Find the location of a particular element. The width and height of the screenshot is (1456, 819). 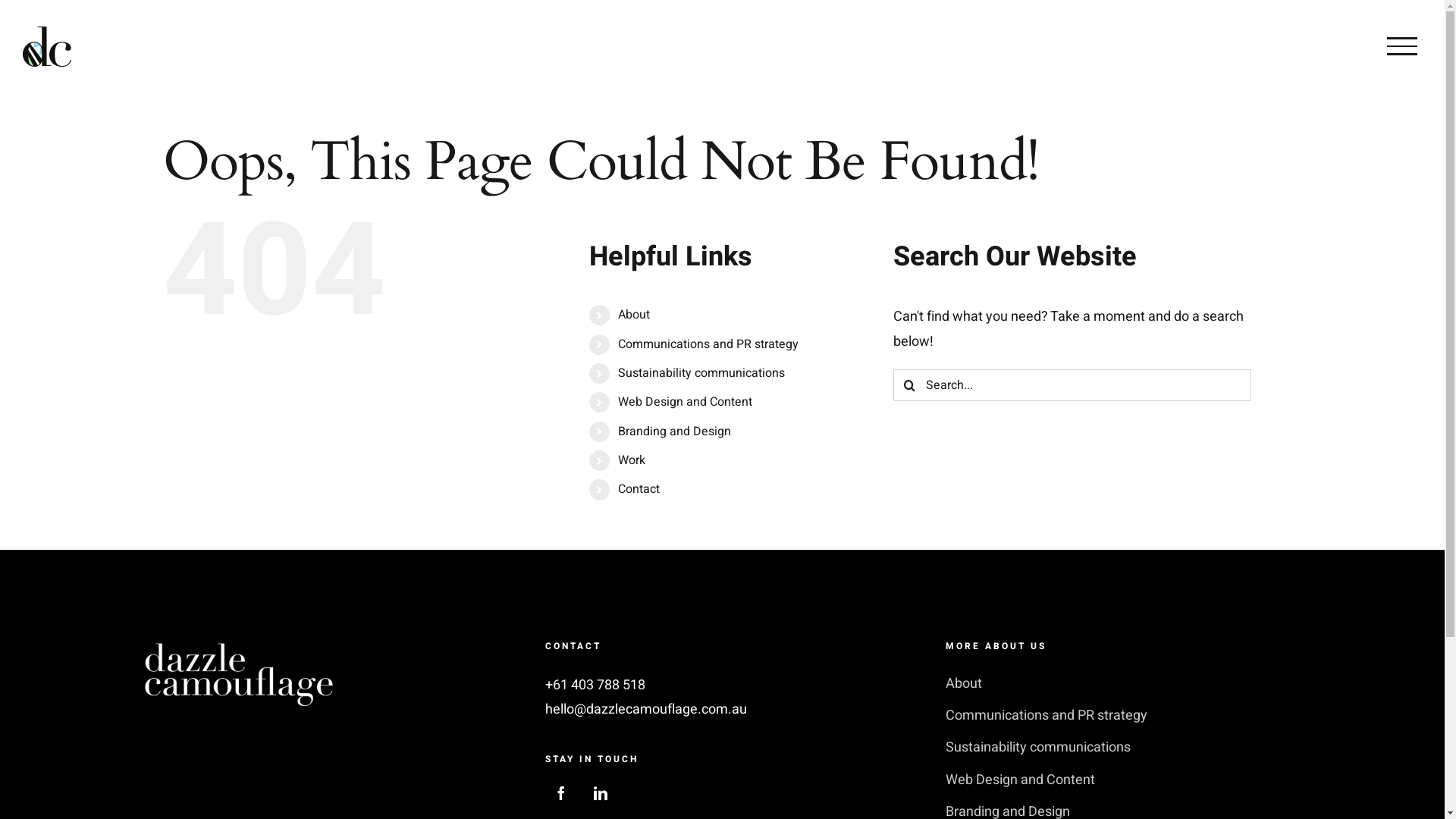

'Facebook' is located at coordinates (560, 792).